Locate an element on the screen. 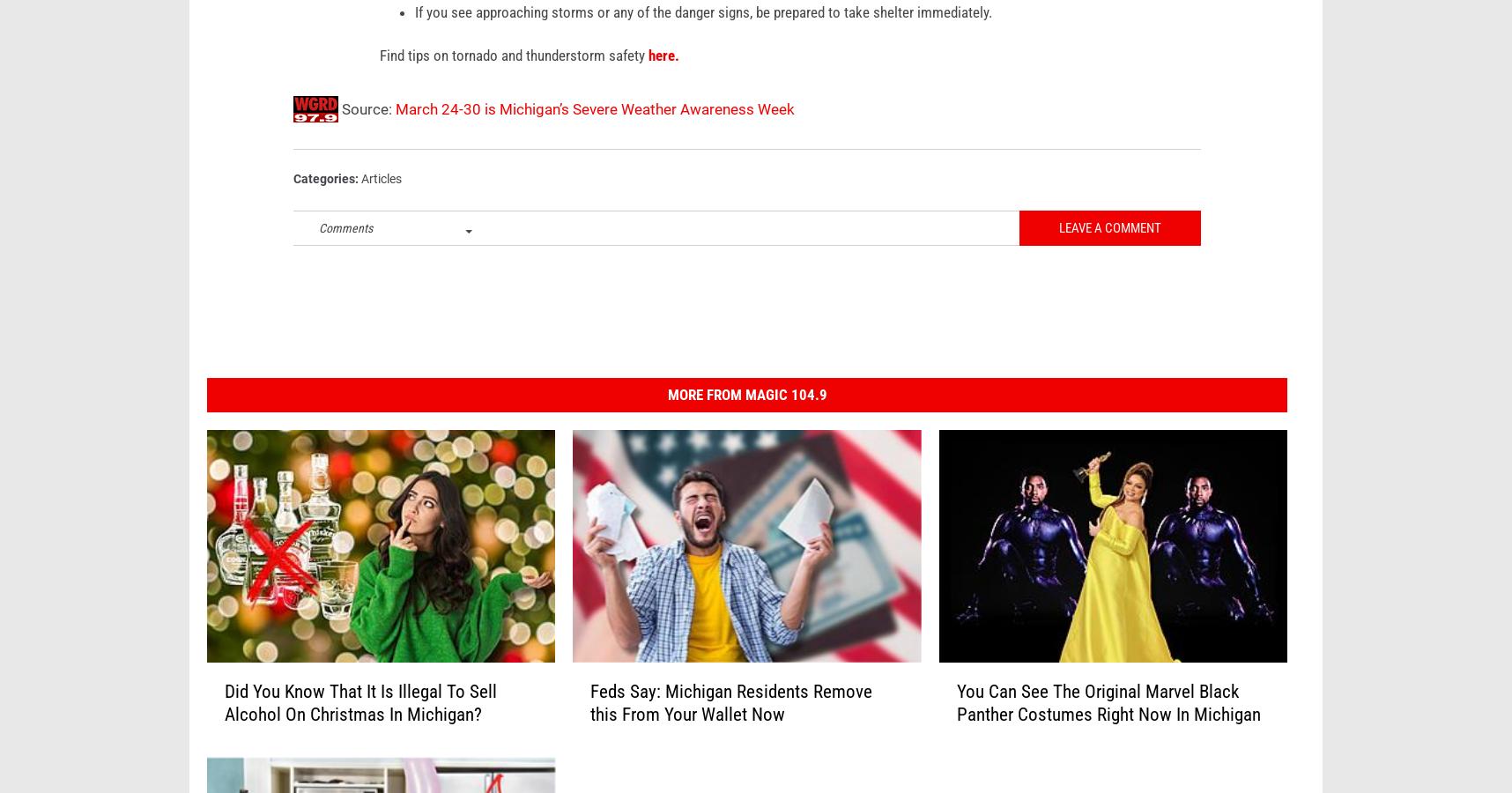 This screenshot has height=793, width=1512. 'More From Magic 104.9' is located at coordinates (746, 420).